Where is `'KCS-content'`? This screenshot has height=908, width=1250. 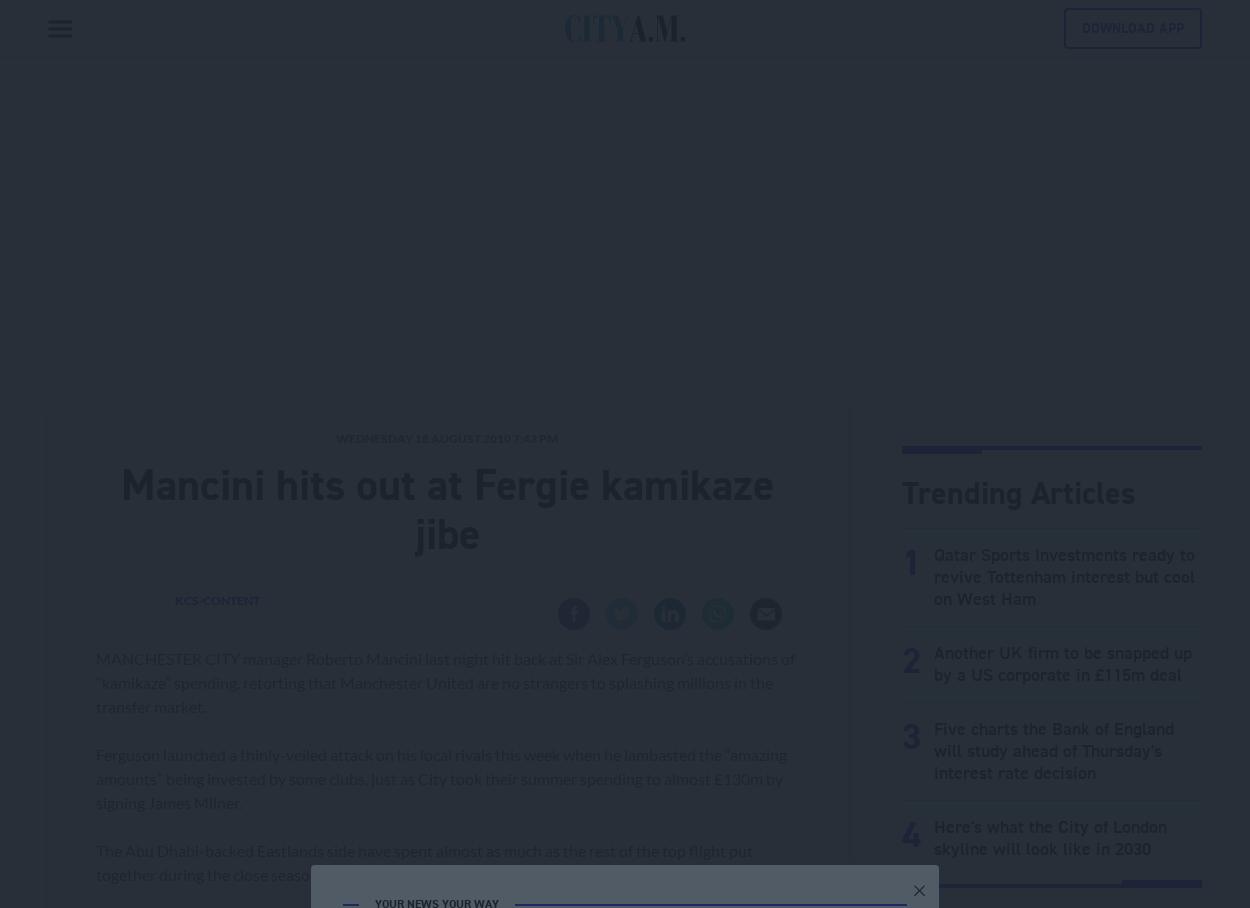 'KCS-content' is located at coordinates (216, 599).